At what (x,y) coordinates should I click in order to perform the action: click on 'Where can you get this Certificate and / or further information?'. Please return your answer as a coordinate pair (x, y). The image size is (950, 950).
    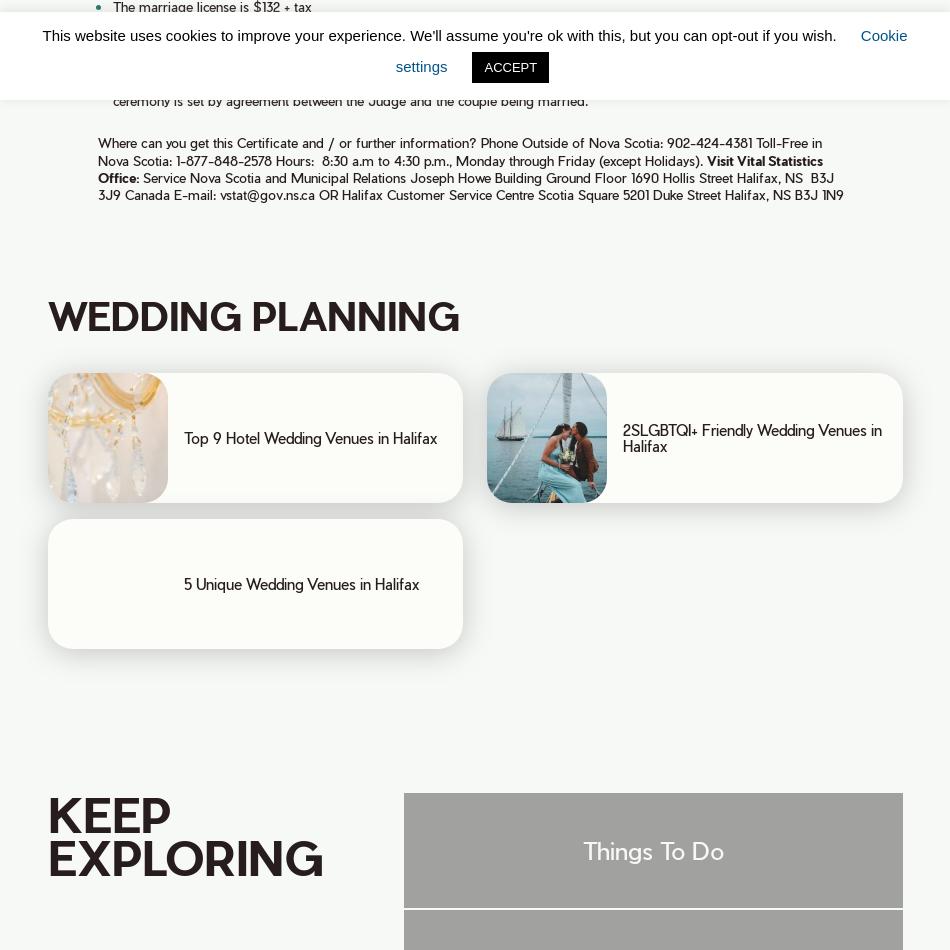
    Looking at the image, I should click on (285, 142).